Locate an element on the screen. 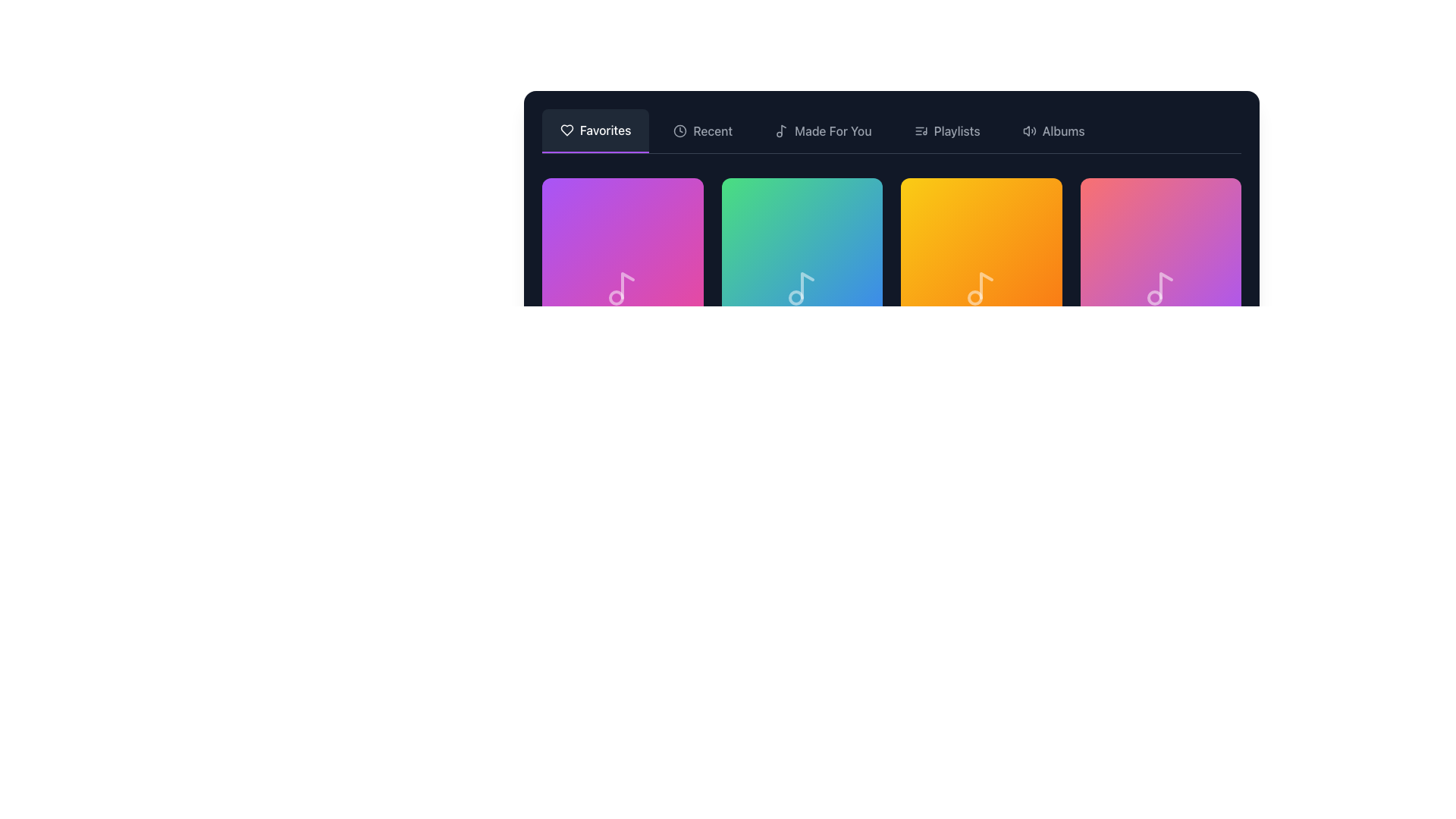 The width and height of the screenshot is (1456, 819). the clock icon located to the left of the 'Recent' text label in the horizontal navigation bar is located at coordinates (679, 130).